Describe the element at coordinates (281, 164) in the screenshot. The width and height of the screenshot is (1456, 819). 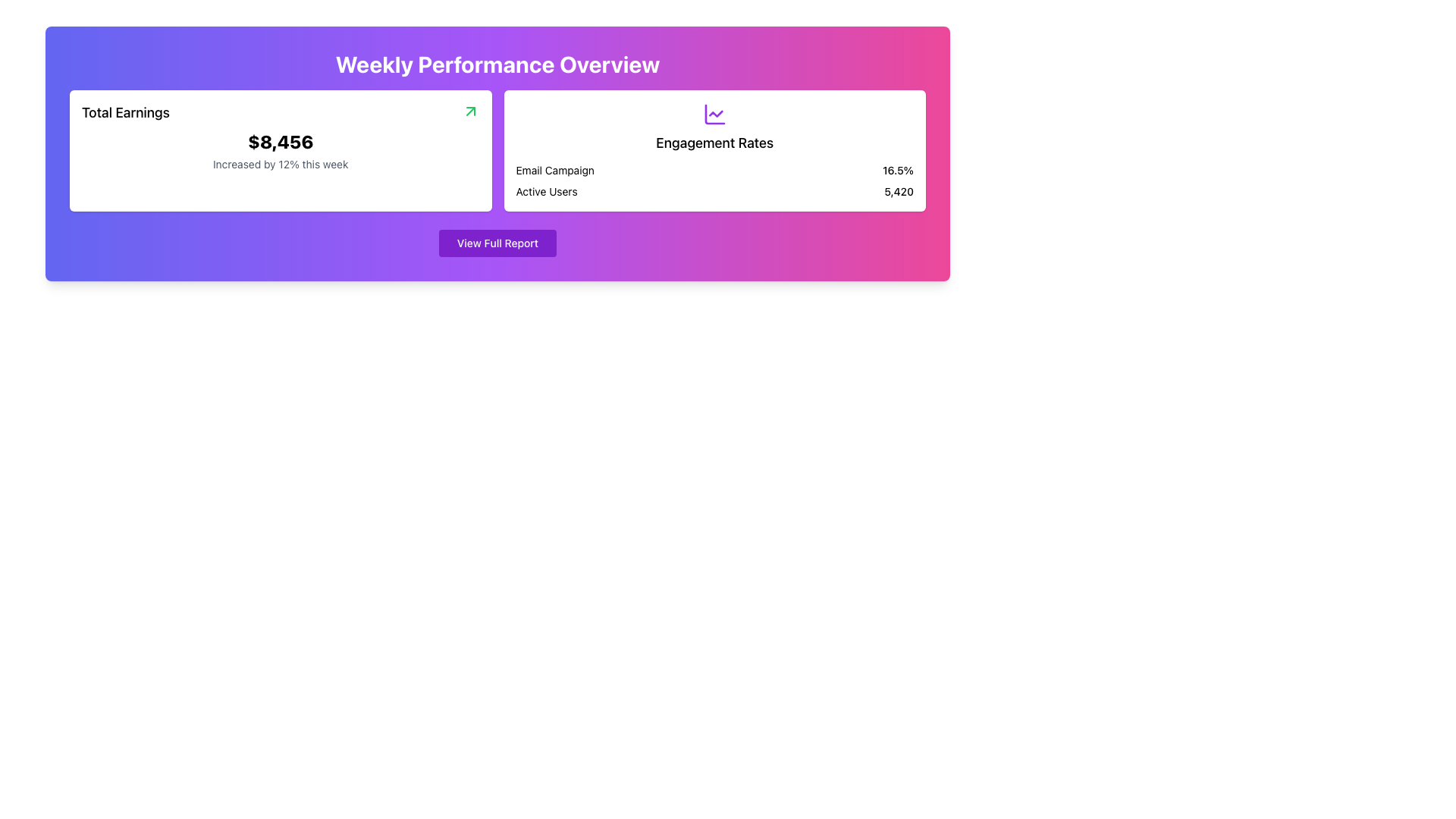
I see `the descriptive text that reads 'Increased by 12% this week', which is styled in gray and located below the numeric value '$8,456' within the 'Total Earnings' card` at that location.